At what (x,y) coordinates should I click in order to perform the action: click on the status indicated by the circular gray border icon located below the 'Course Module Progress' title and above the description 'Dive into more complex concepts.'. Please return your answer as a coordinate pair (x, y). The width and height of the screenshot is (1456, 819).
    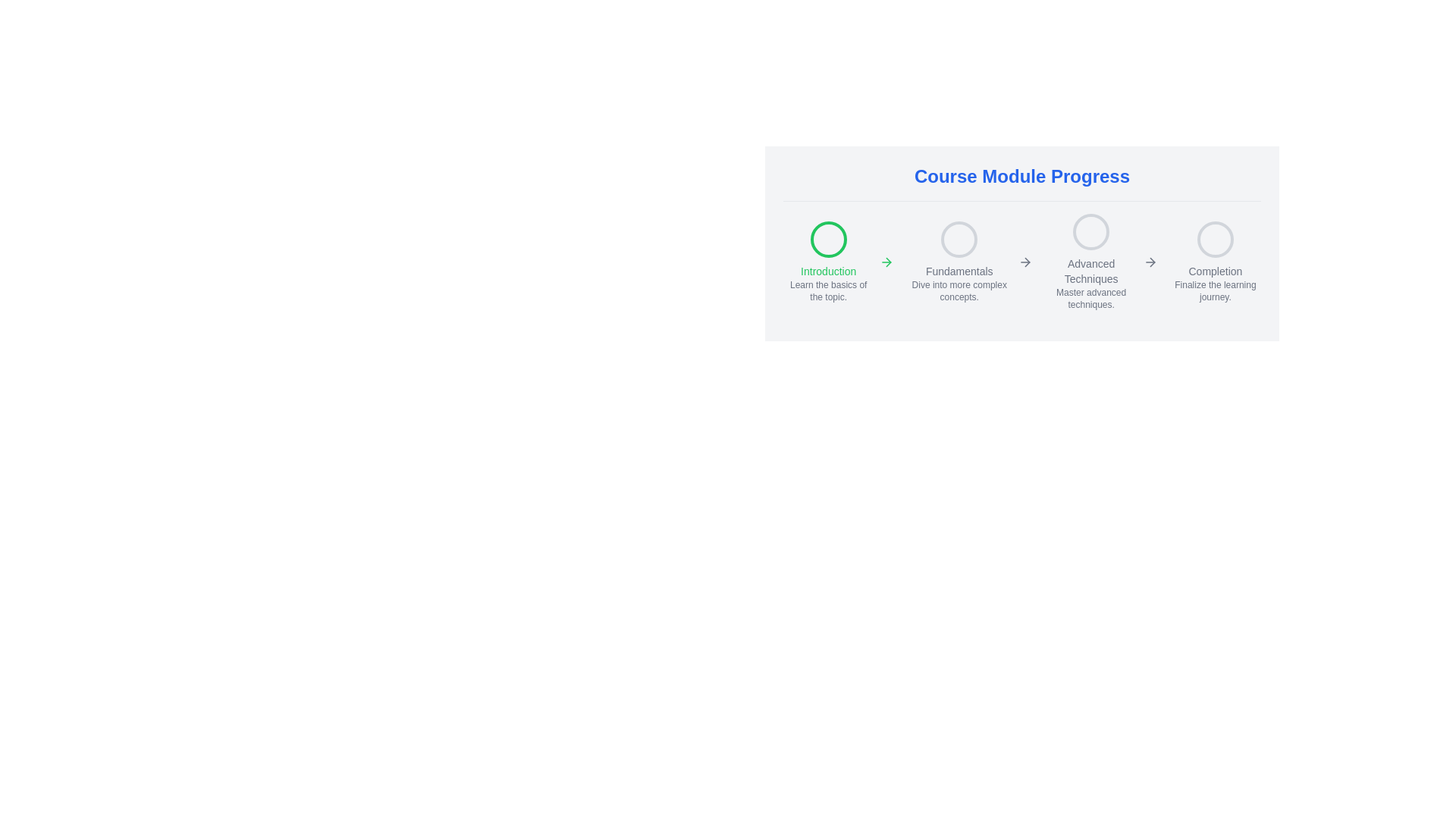
    Looking at the image, I should click on (959, 239).